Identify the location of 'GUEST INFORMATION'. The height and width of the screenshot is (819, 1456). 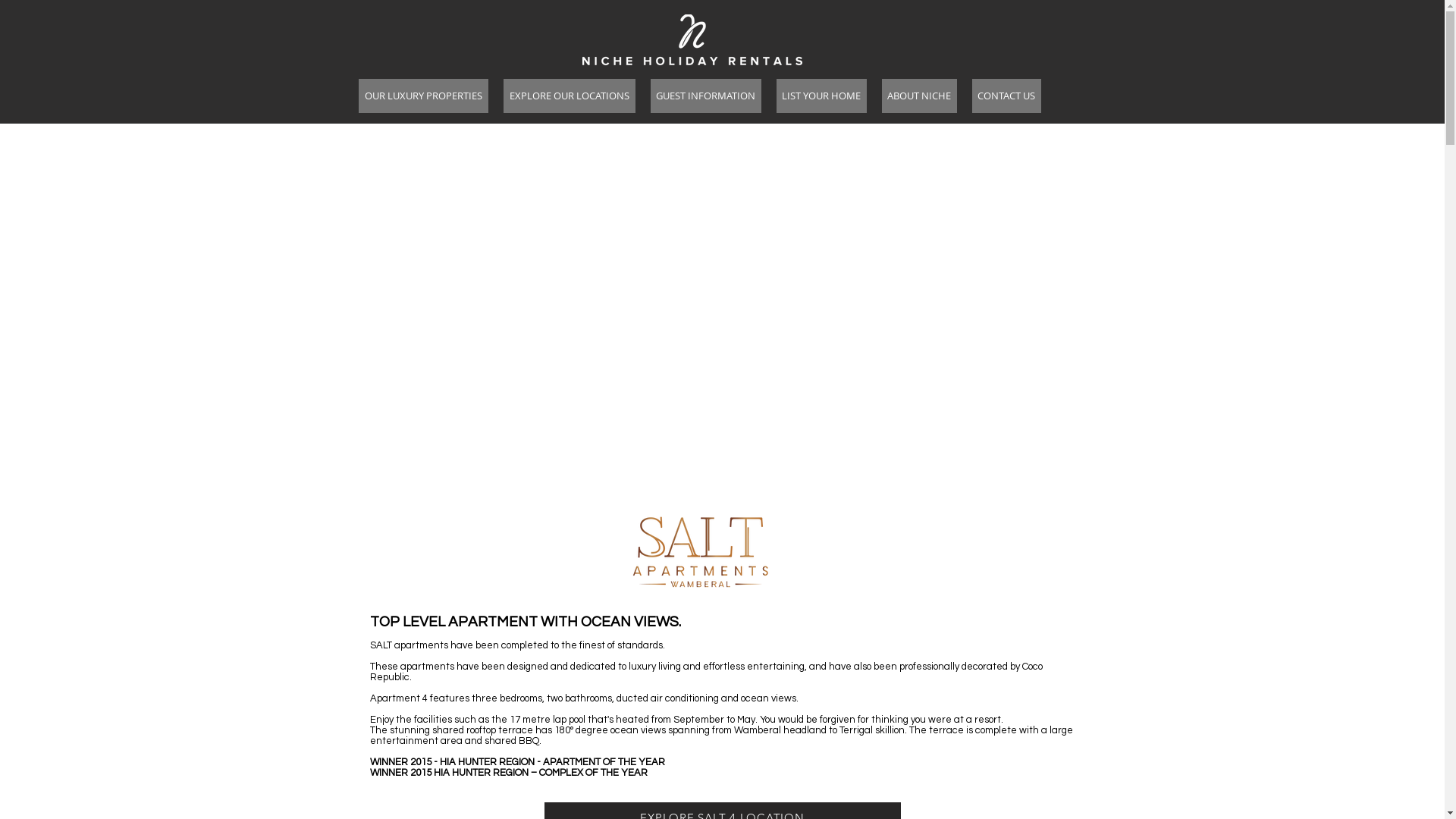
(705, 96).